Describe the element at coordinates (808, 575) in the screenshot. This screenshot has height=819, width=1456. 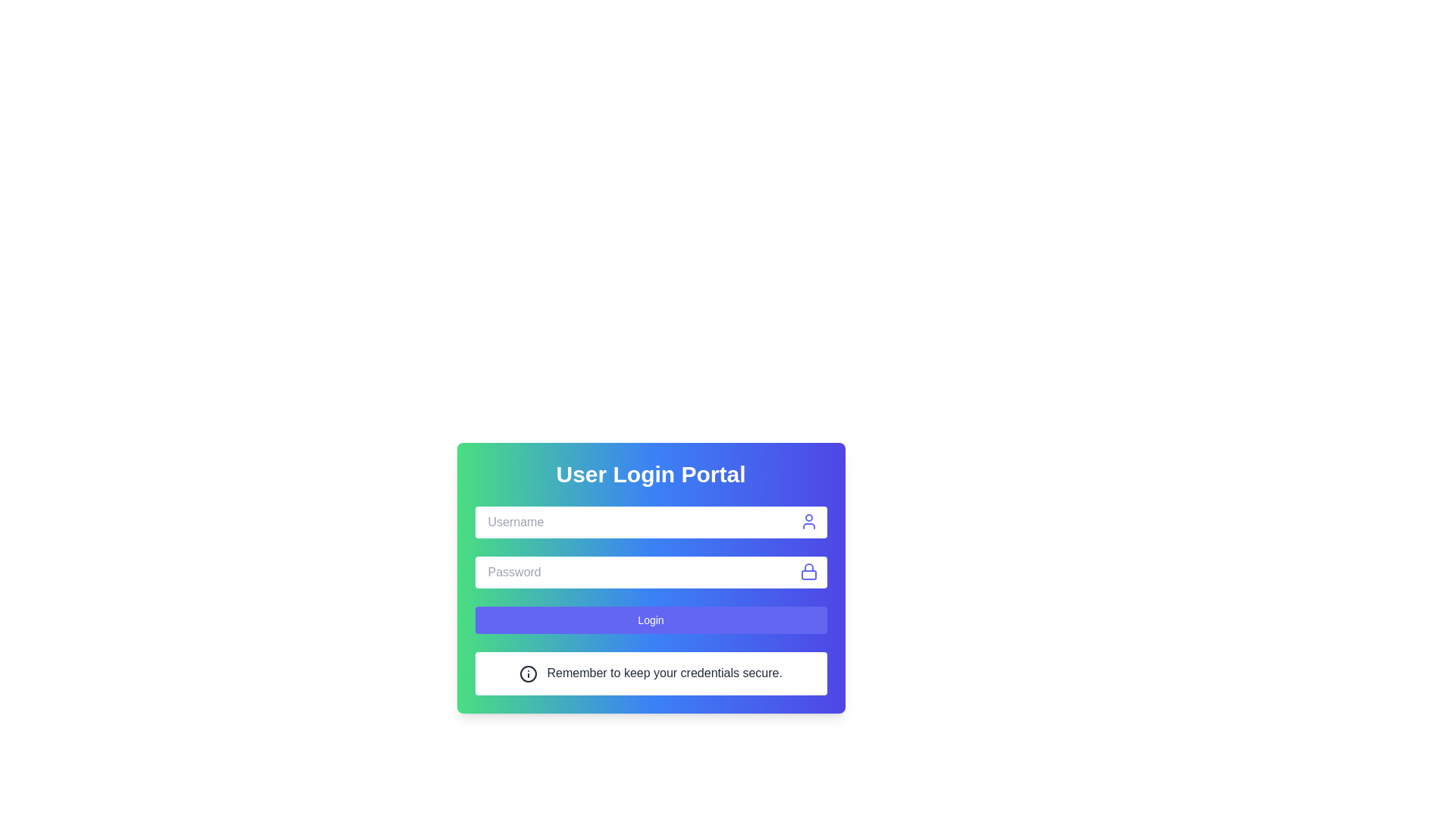
I see `the lock icon subcomponent that indicates the password field is secure, located on the right side of the password input field` at that location.